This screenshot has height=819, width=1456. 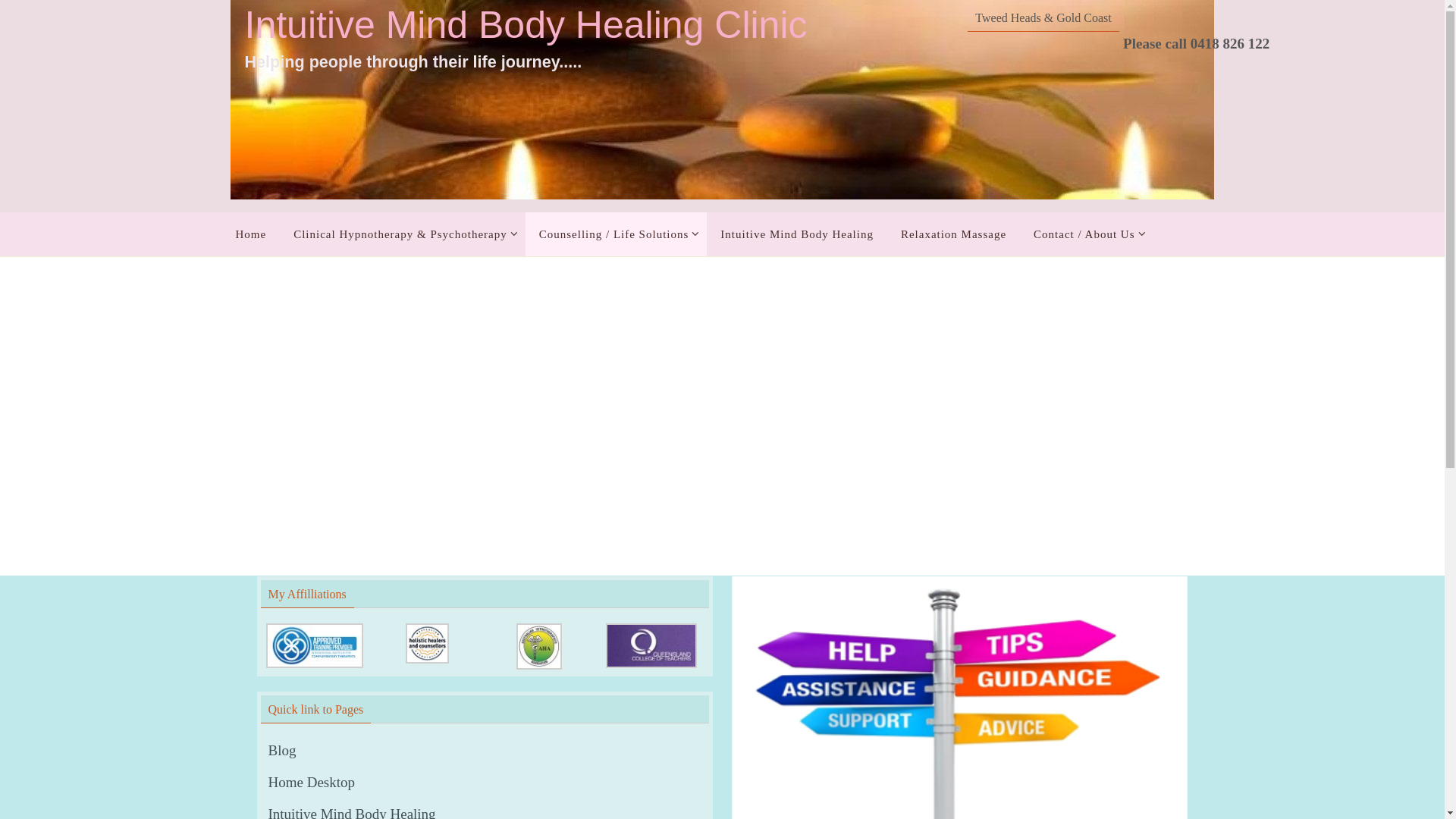 What do you see at coordinates (250, 234) in the screenshot?
I see `'Home'` at bounding box center [250, 234].